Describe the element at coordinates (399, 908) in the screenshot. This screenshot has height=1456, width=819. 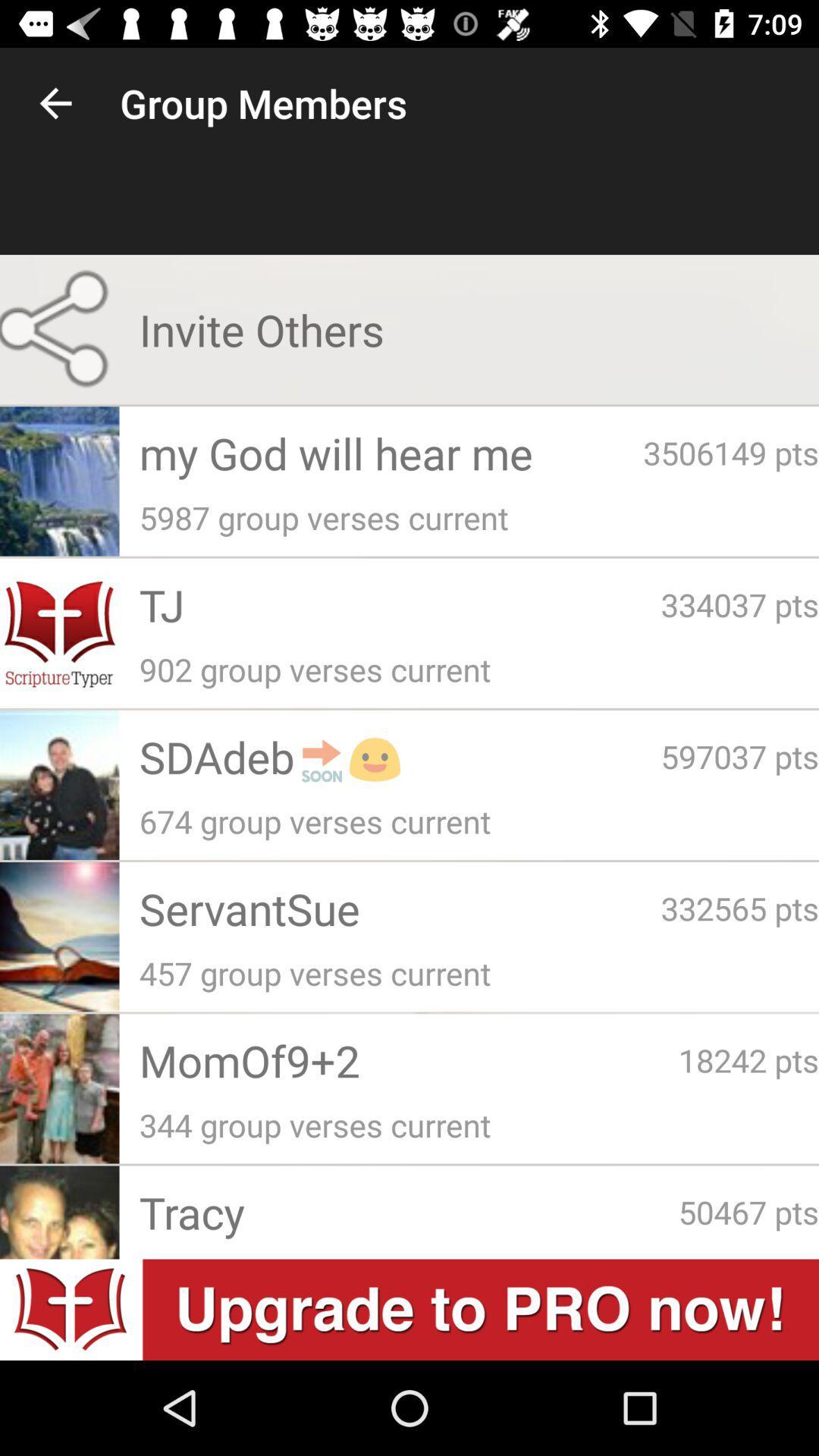
I see `the servantsue item` at that location.